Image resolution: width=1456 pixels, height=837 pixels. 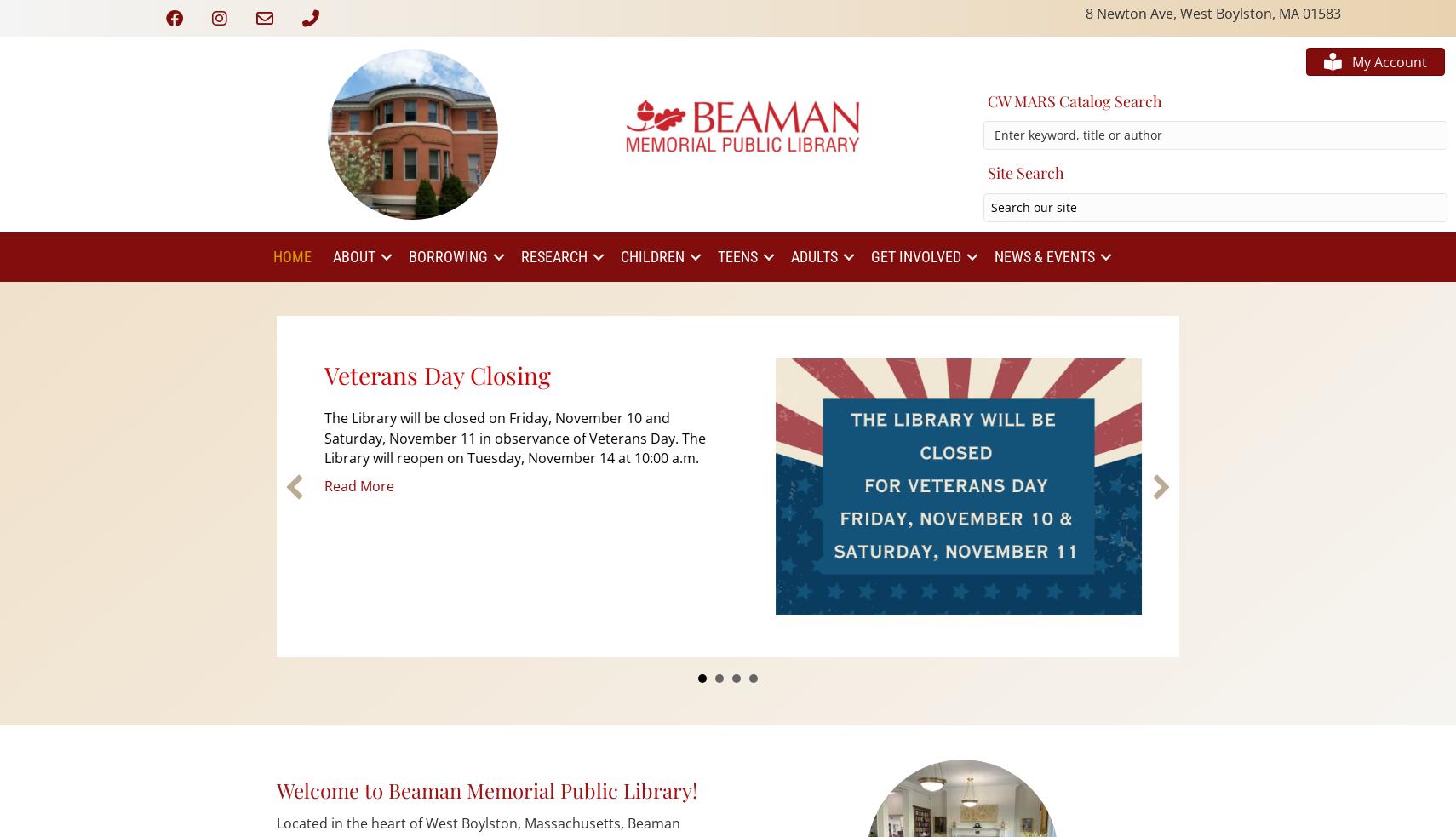 What do you see at coordinates (993, 256) in the screenshot?
I see `'News & Events'` at bounding box center [993, 256].